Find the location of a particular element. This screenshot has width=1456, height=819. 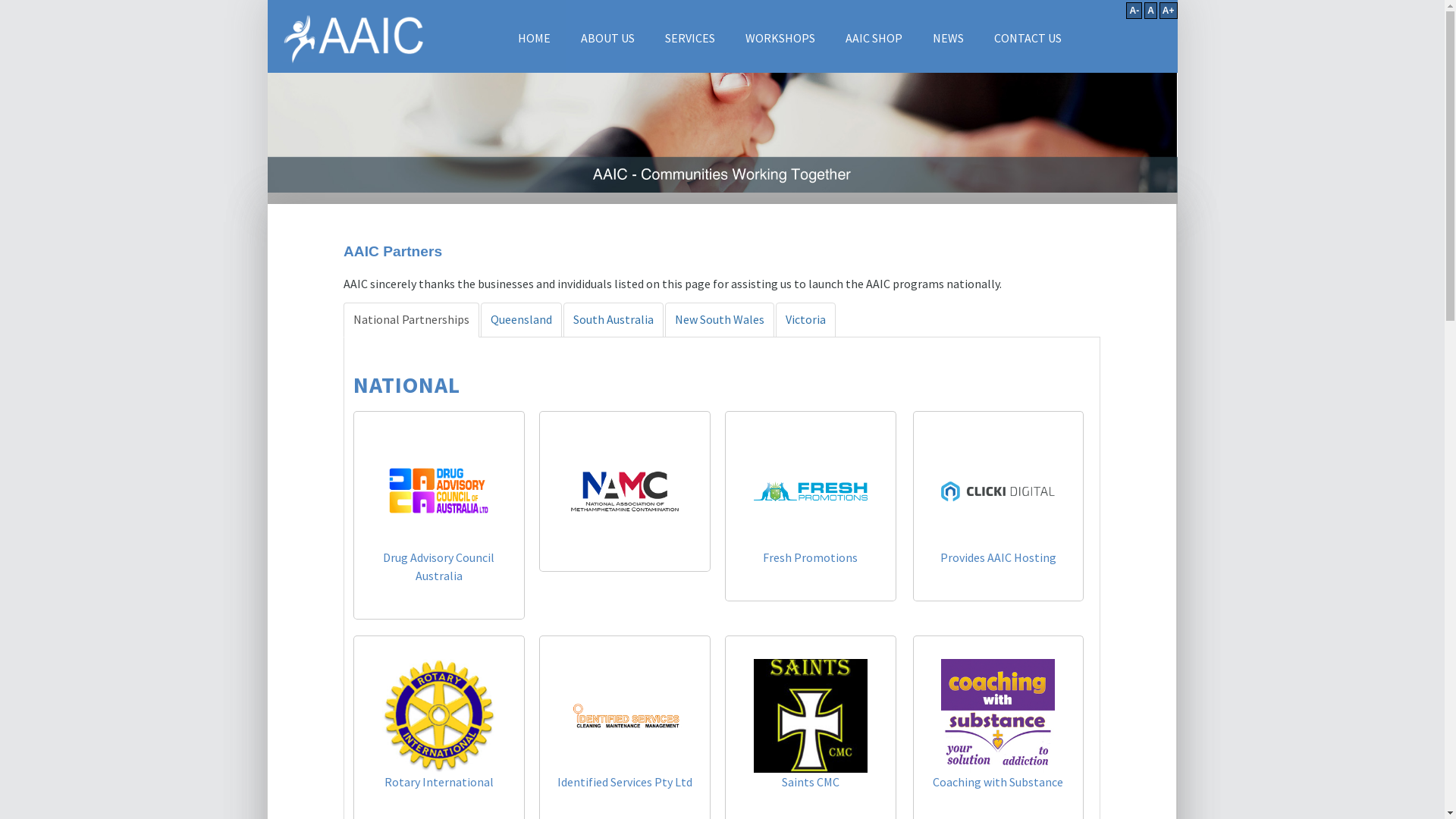

'A' is located at coordinates (1150, 11).